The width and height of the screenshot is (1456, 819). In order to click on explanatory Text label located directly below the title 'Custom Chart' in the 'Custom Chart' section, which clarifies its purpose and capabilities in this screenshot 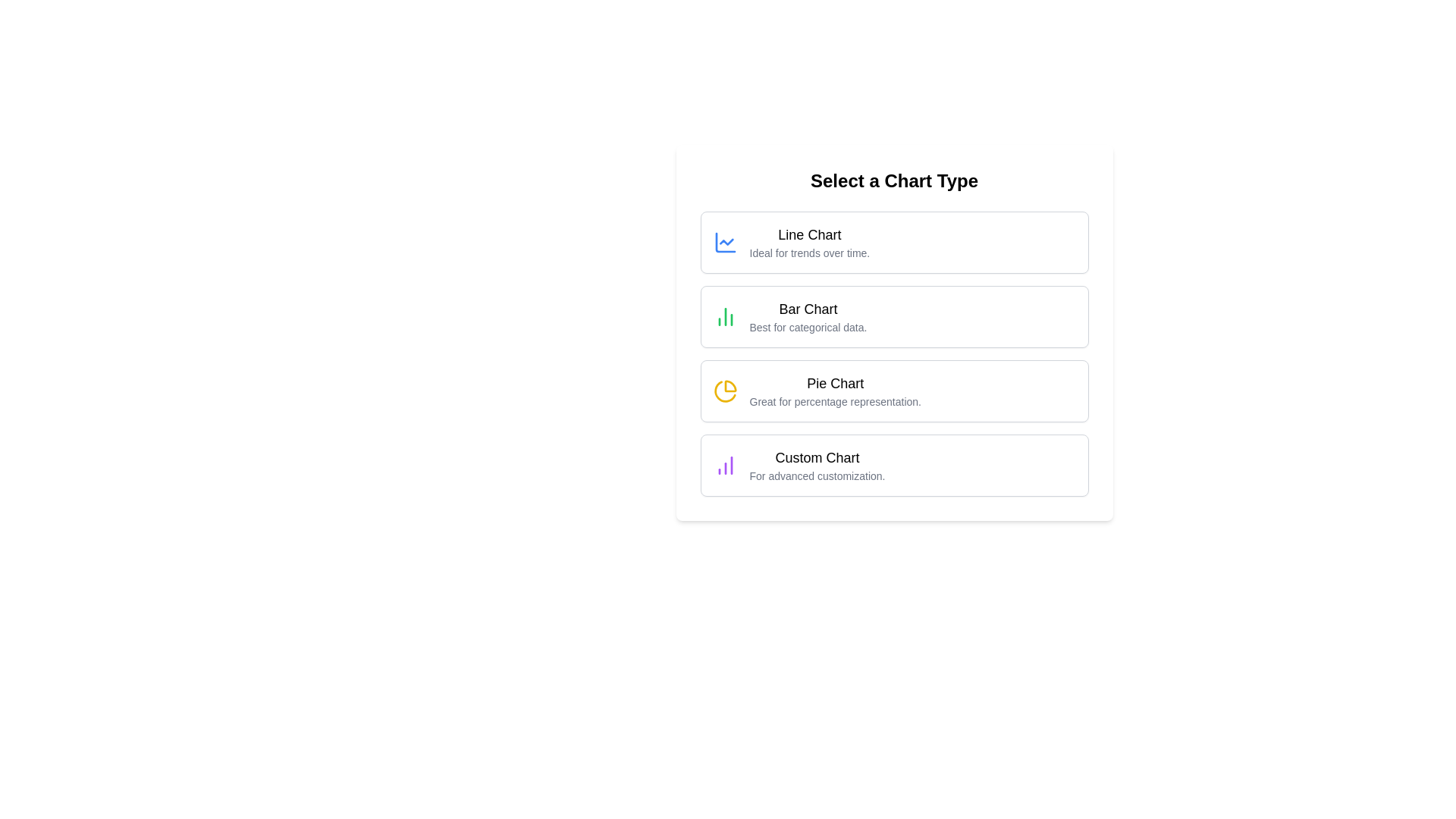, I will do `click(817, 475)`.